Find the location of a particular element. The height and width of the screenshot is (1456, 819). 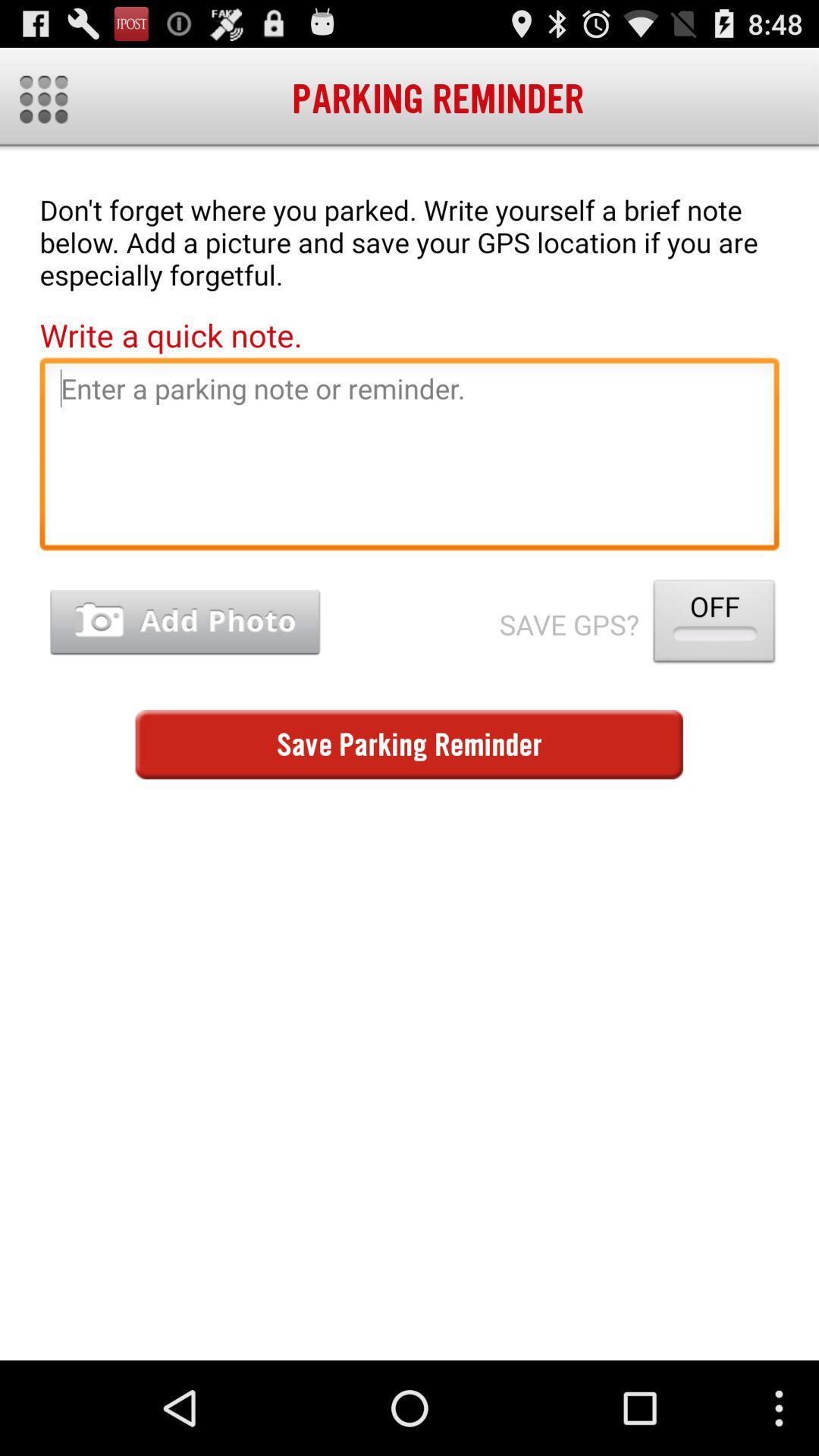

off item is located at coordinates (714, 624).